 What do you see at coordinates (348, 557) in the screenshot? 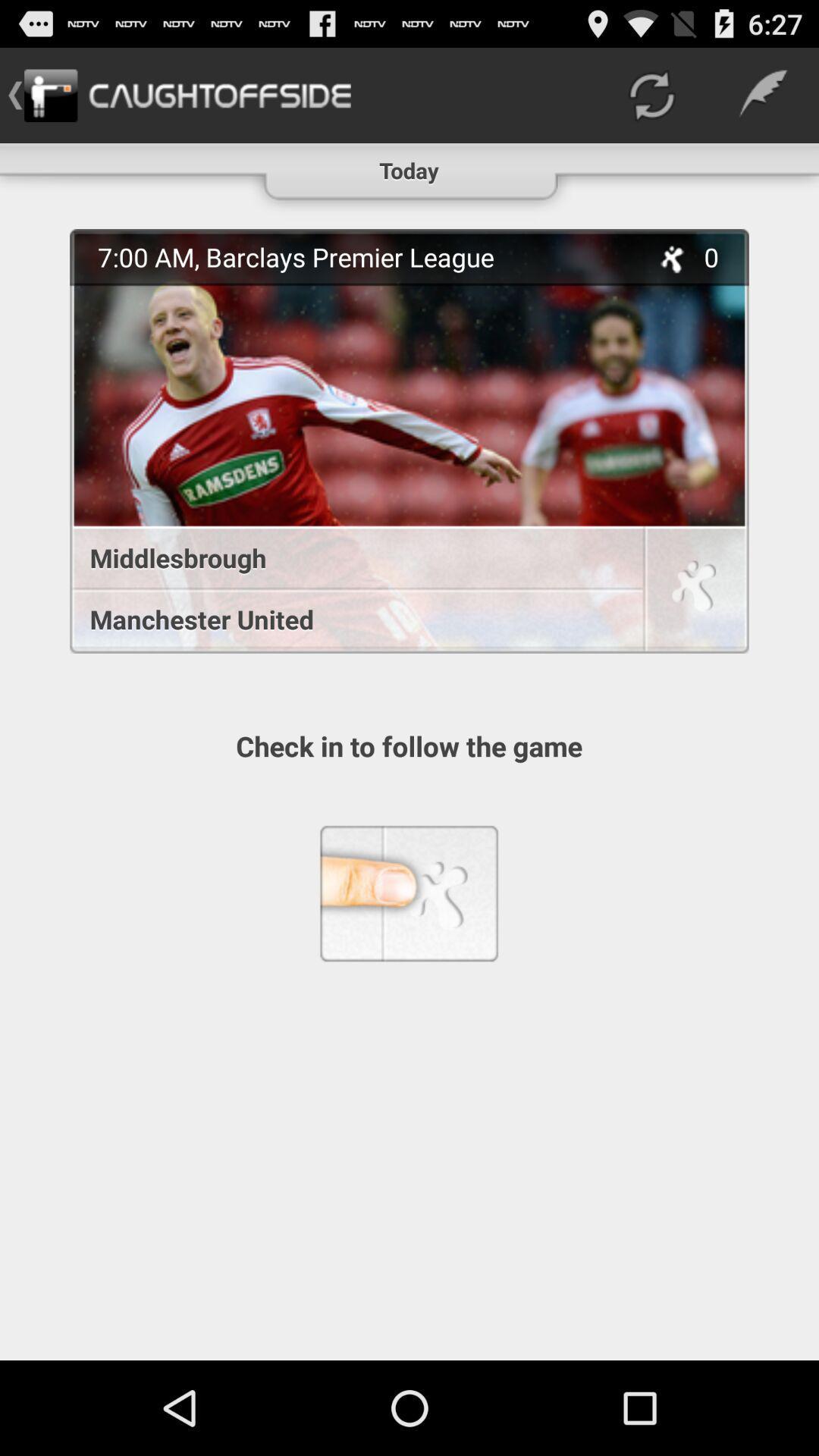
I see `app above manchester united item` at bounding box center [348, 557].